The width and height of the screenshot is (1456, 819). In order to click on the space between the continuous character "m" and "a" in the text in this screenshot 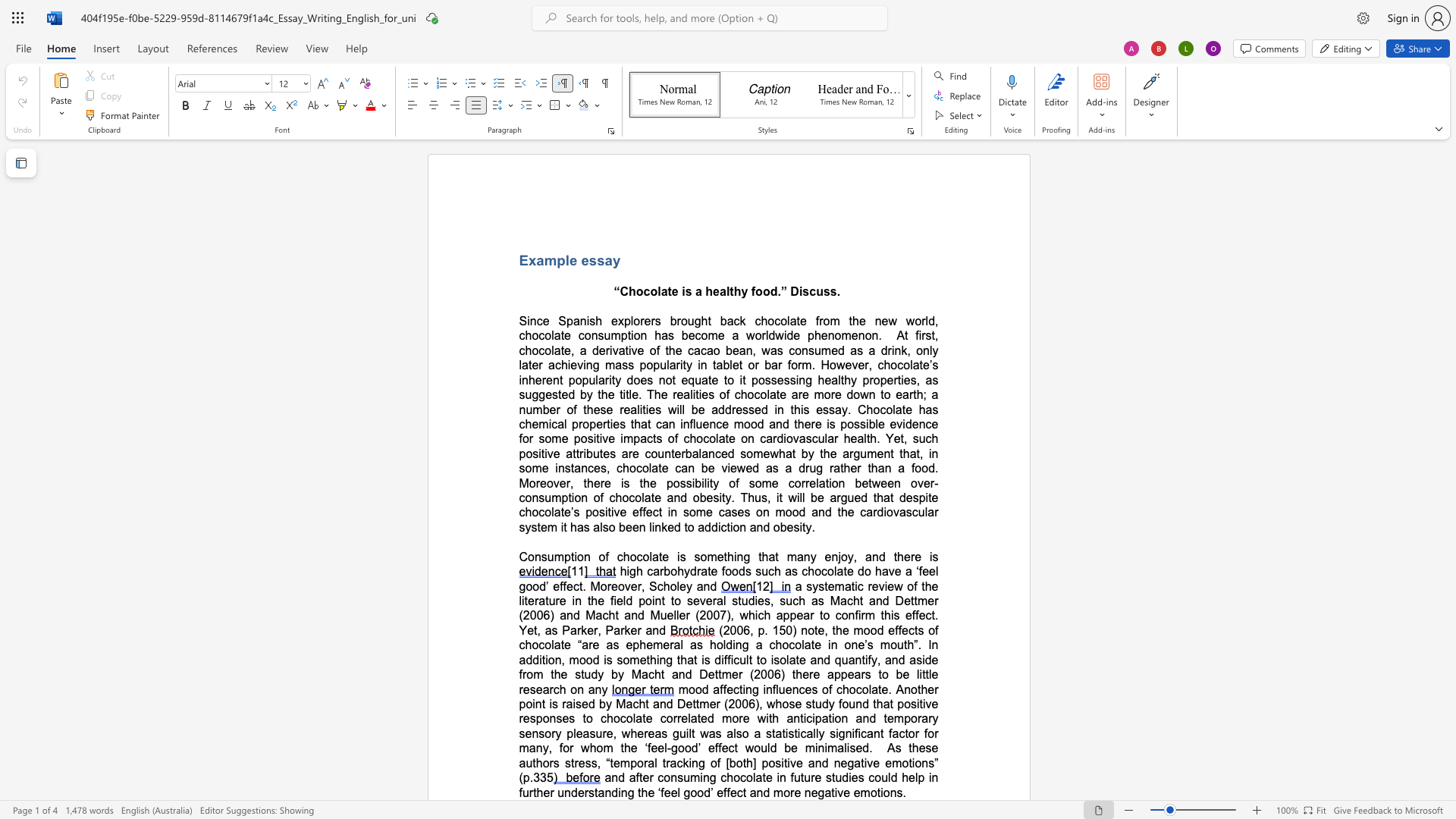, I will do `click(843, 585)`.